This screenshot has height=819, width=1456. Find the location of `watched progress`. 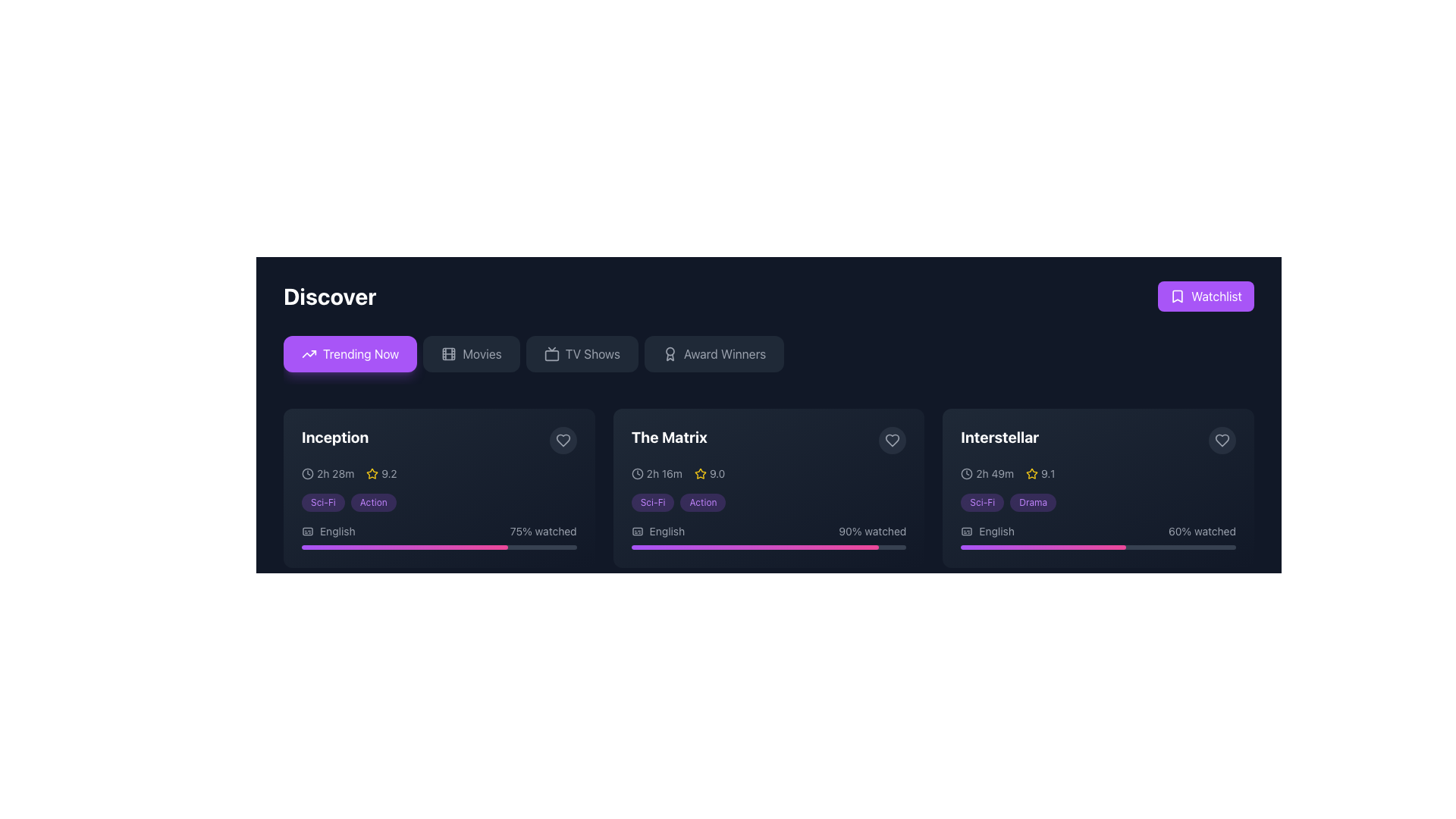

watched progress is located at coordinates (1072, 547).